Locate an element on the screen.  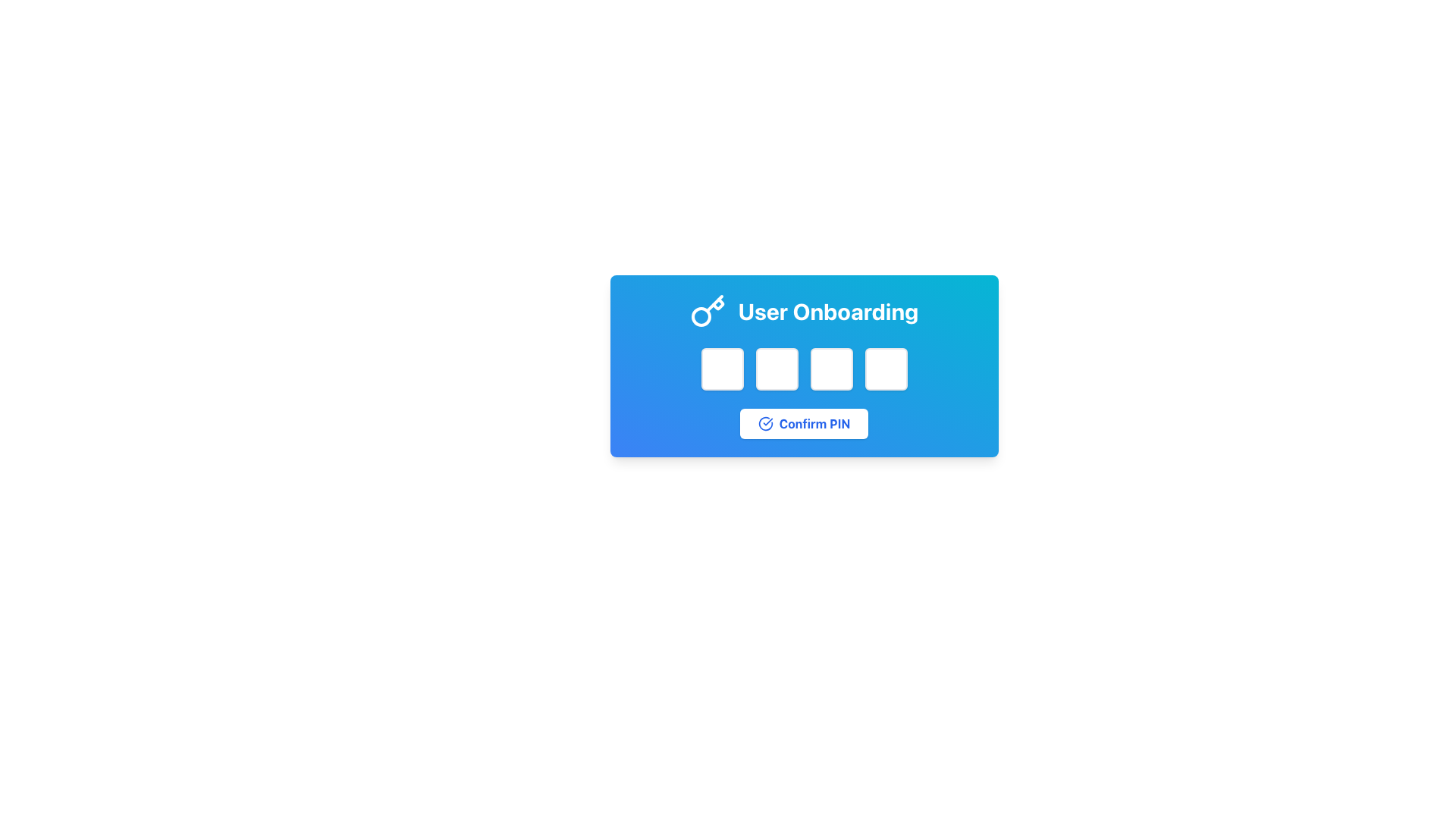
the confirmation button located at the center near the bottom of the card-style interface is located at coordinates (803, 424).